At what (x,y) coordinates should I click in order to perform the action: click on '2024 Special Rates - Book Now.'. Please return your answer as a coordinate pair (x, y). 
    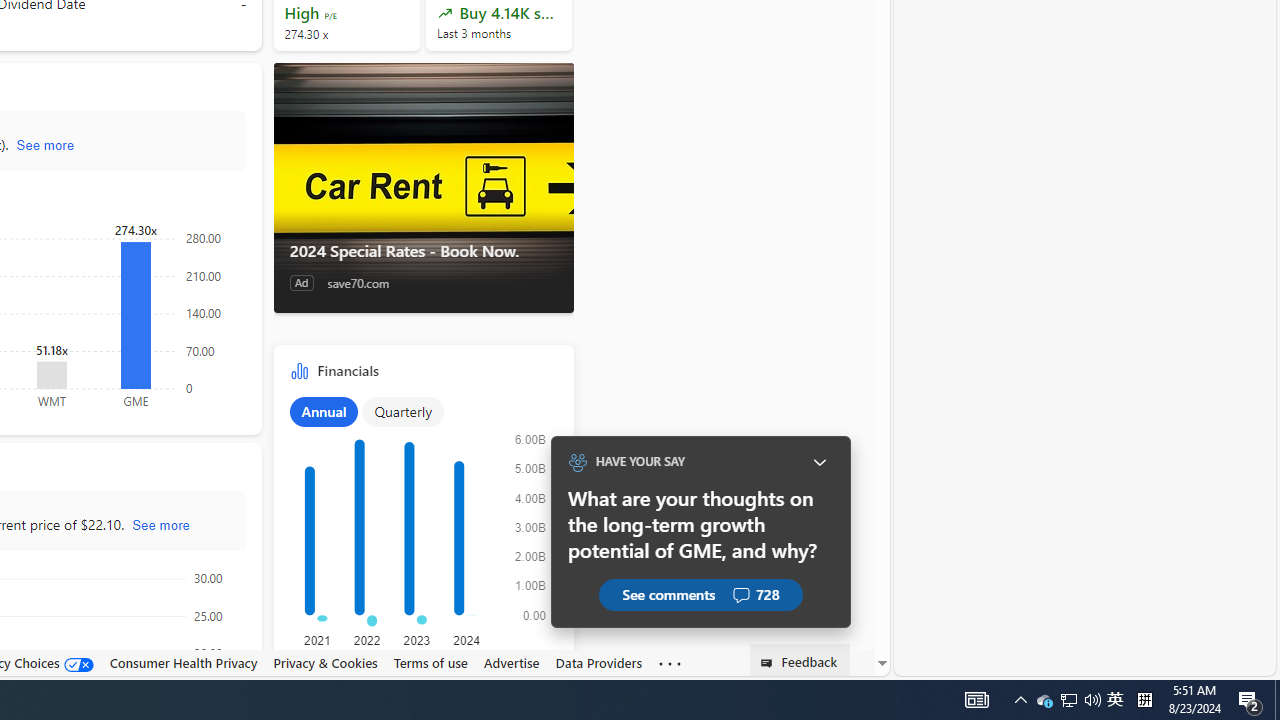
    Looking at the image, I should click on (422, 188).